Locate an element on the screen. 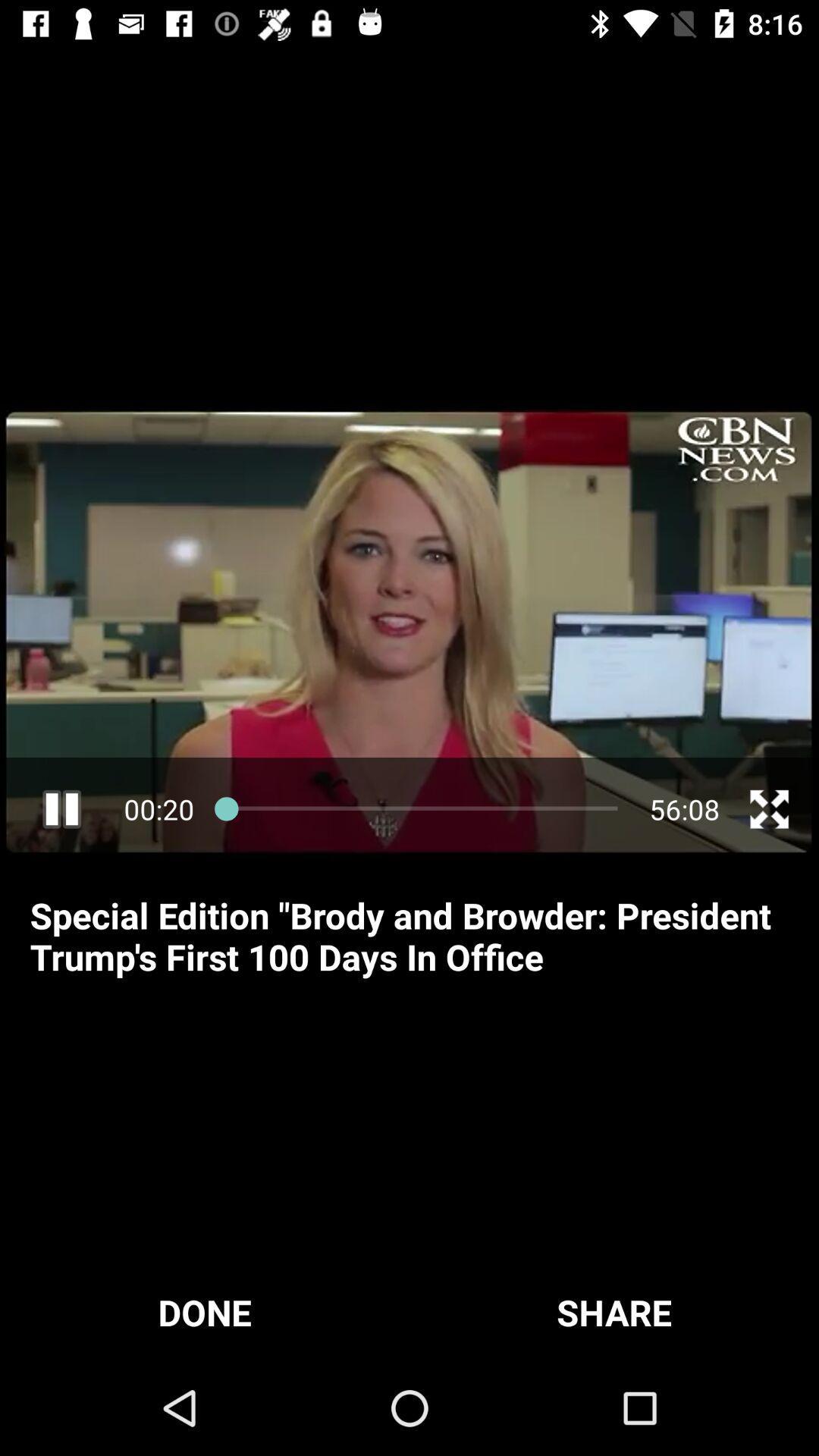 Image resolution: width=819 pixels, height=1456 pixels. full screen mode is located at coordinates (769, 808).